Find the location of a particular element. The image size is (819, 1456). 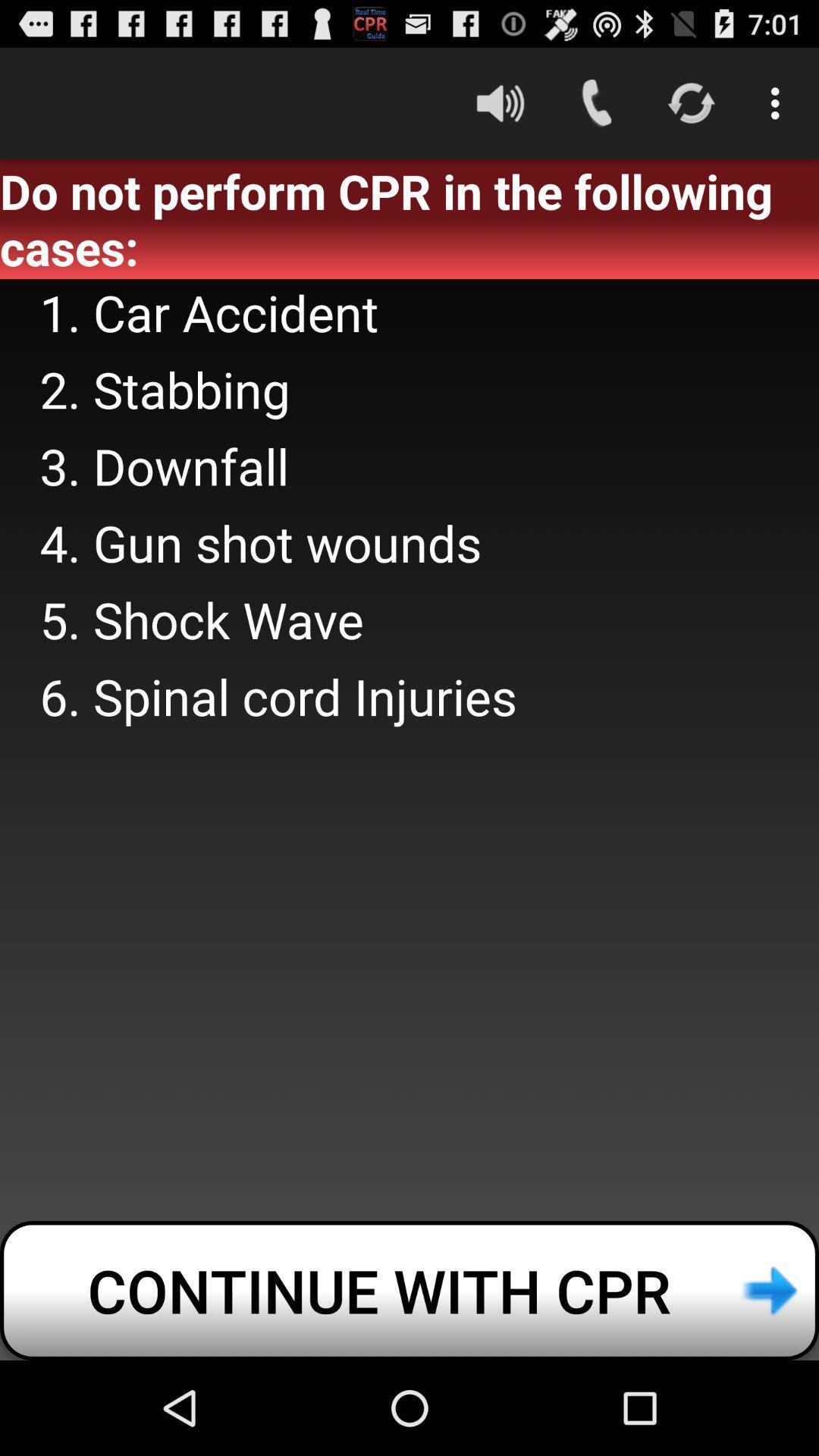

icon above the do not perform is located at coordinates (779, 102).